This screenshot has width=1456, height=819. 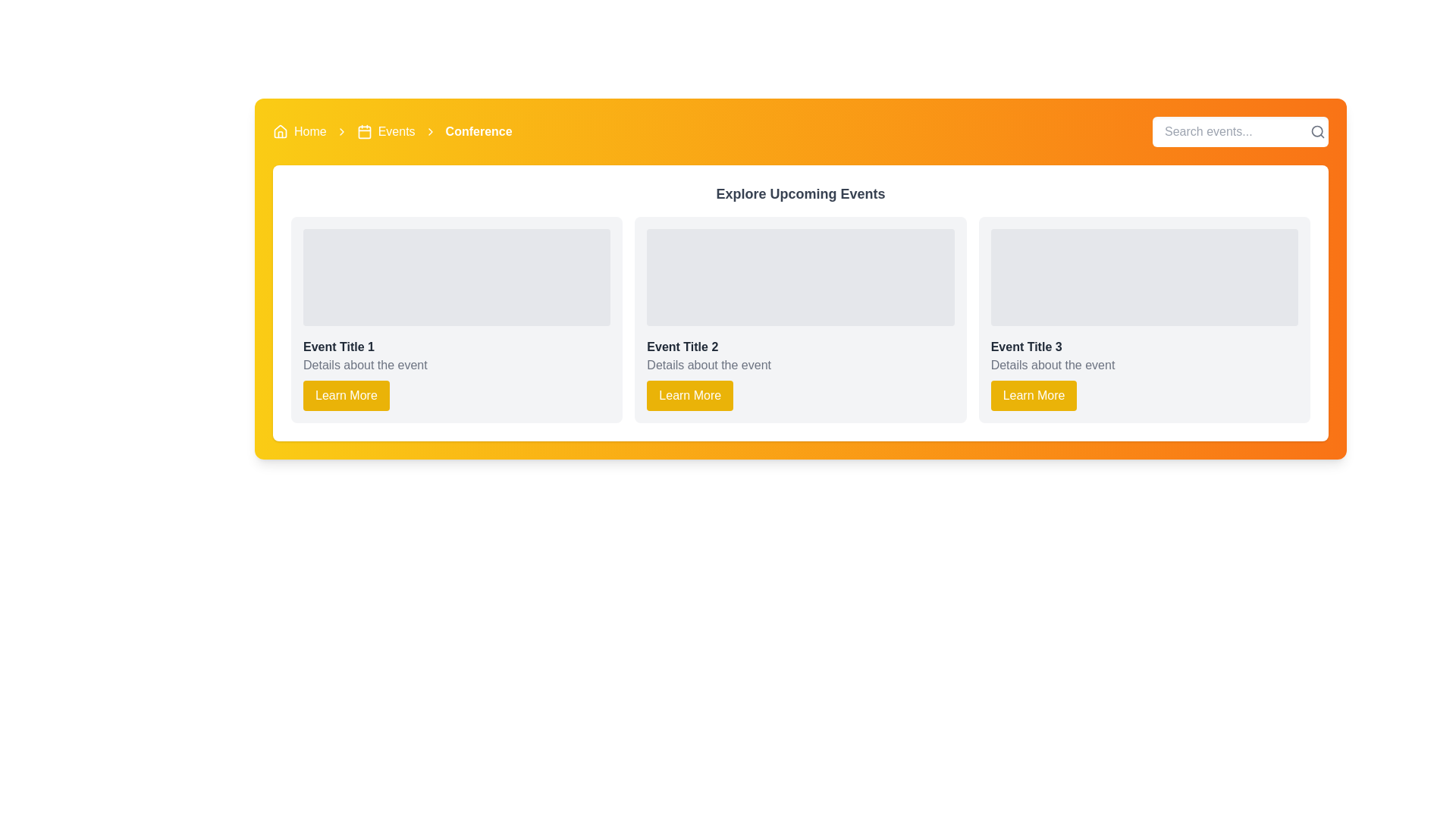 I want to click on the search icon located in the top right corner of the header section, so click(x=1241, y=130).